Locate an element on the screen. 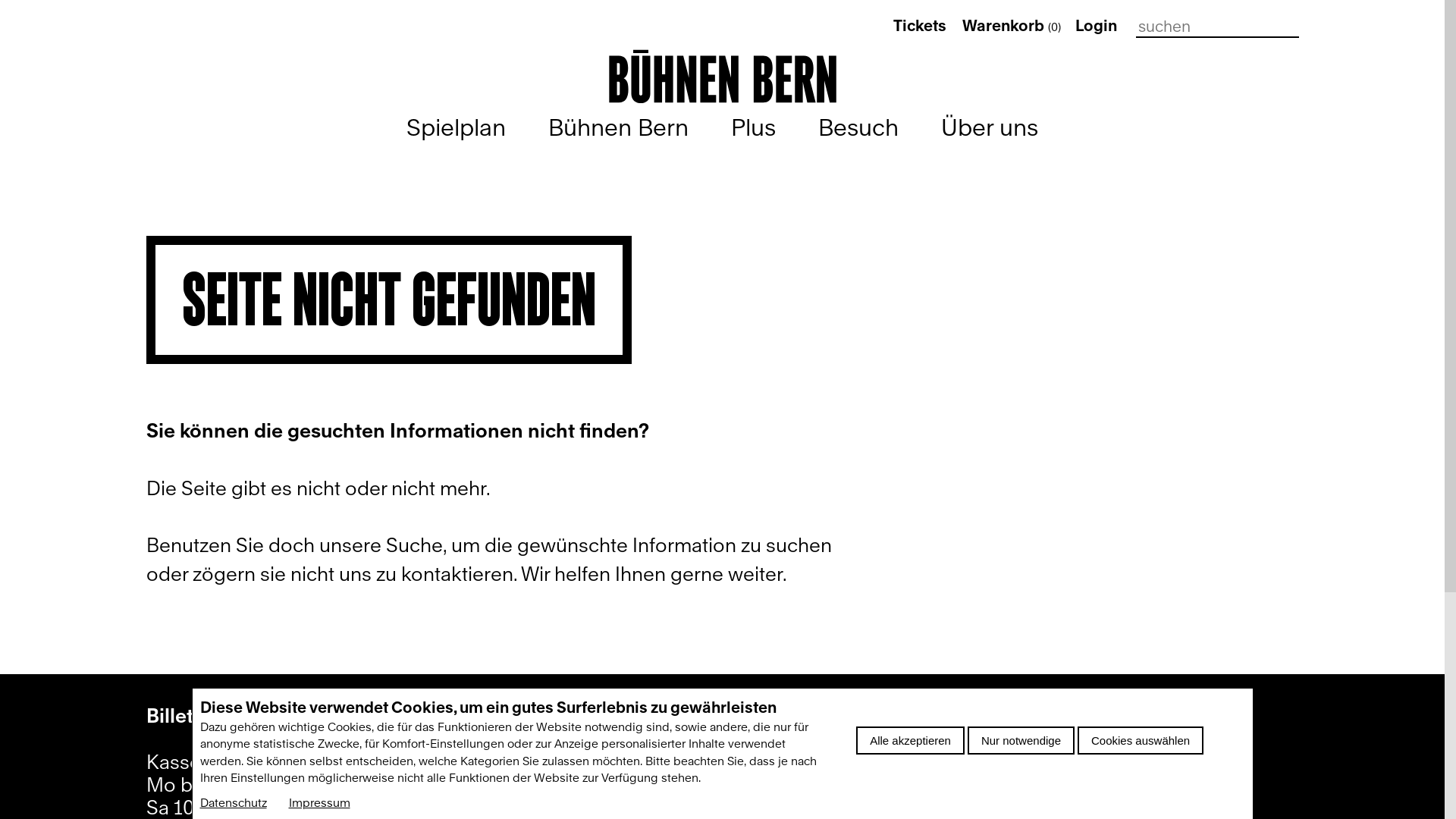 This screenshot has width=1456, height=819. 'Nur notwendige' is located at coordinates (967, 739).